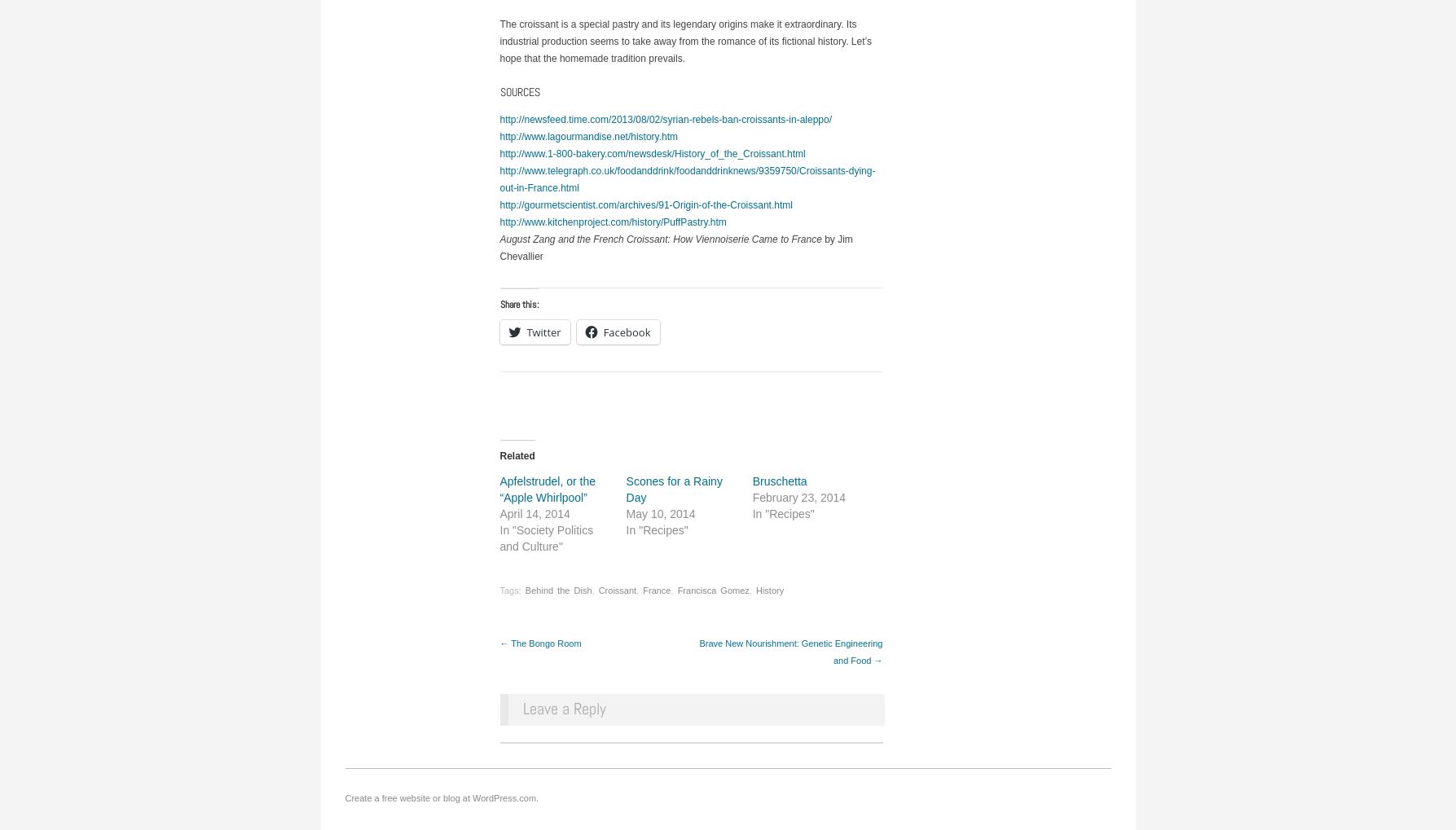 The height and width of the screenshot is (830, 1456). What do you see at coordinates (516, 455) in the screenshot?
I see `'Related'` at bounding box center [516, 455].